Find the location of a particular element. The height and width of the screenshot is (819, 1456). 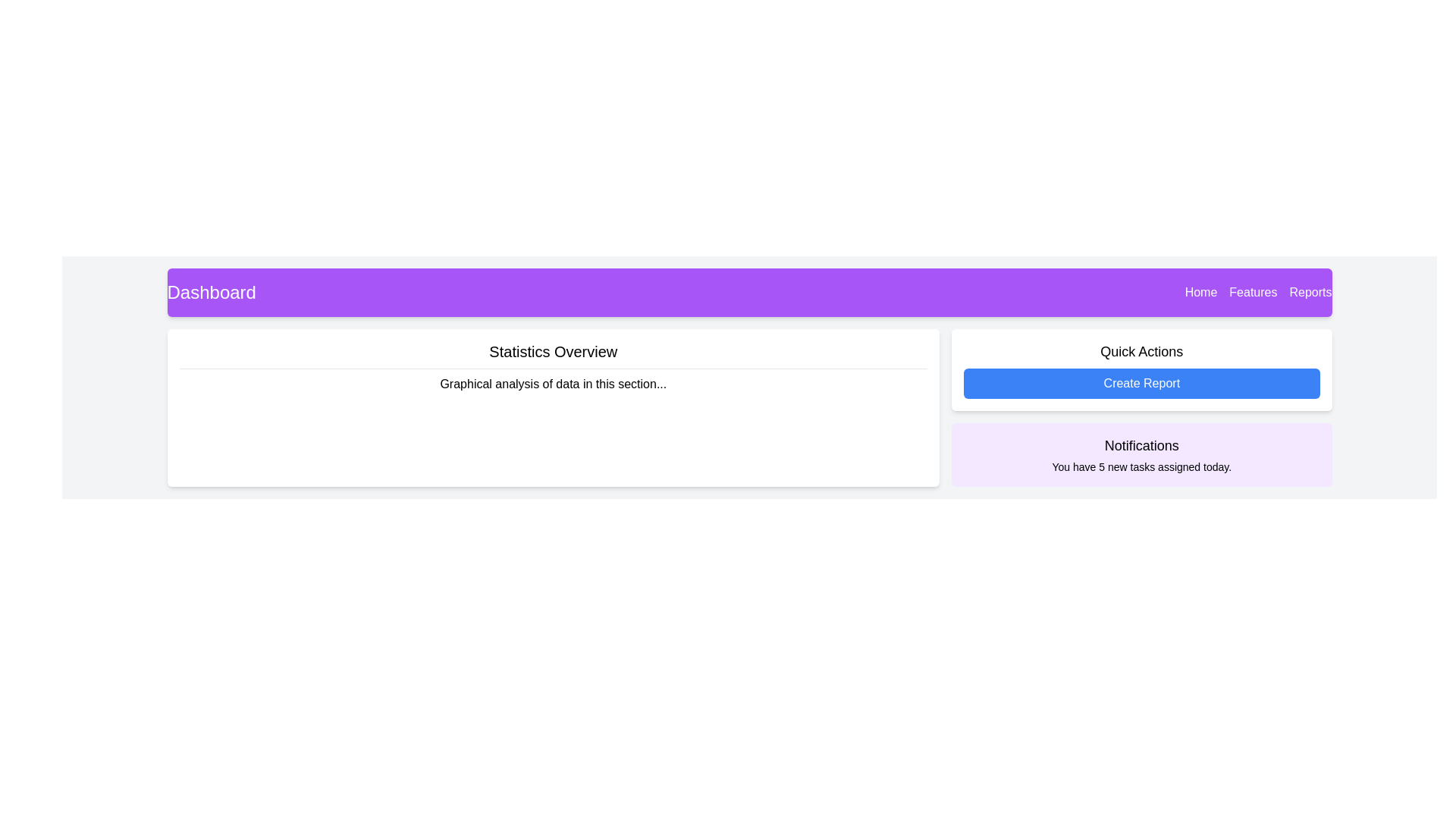

the navigation link labeled 'Home' which is the first item in the horizontal menu on the purple background is located at coordinates (1200, 292).